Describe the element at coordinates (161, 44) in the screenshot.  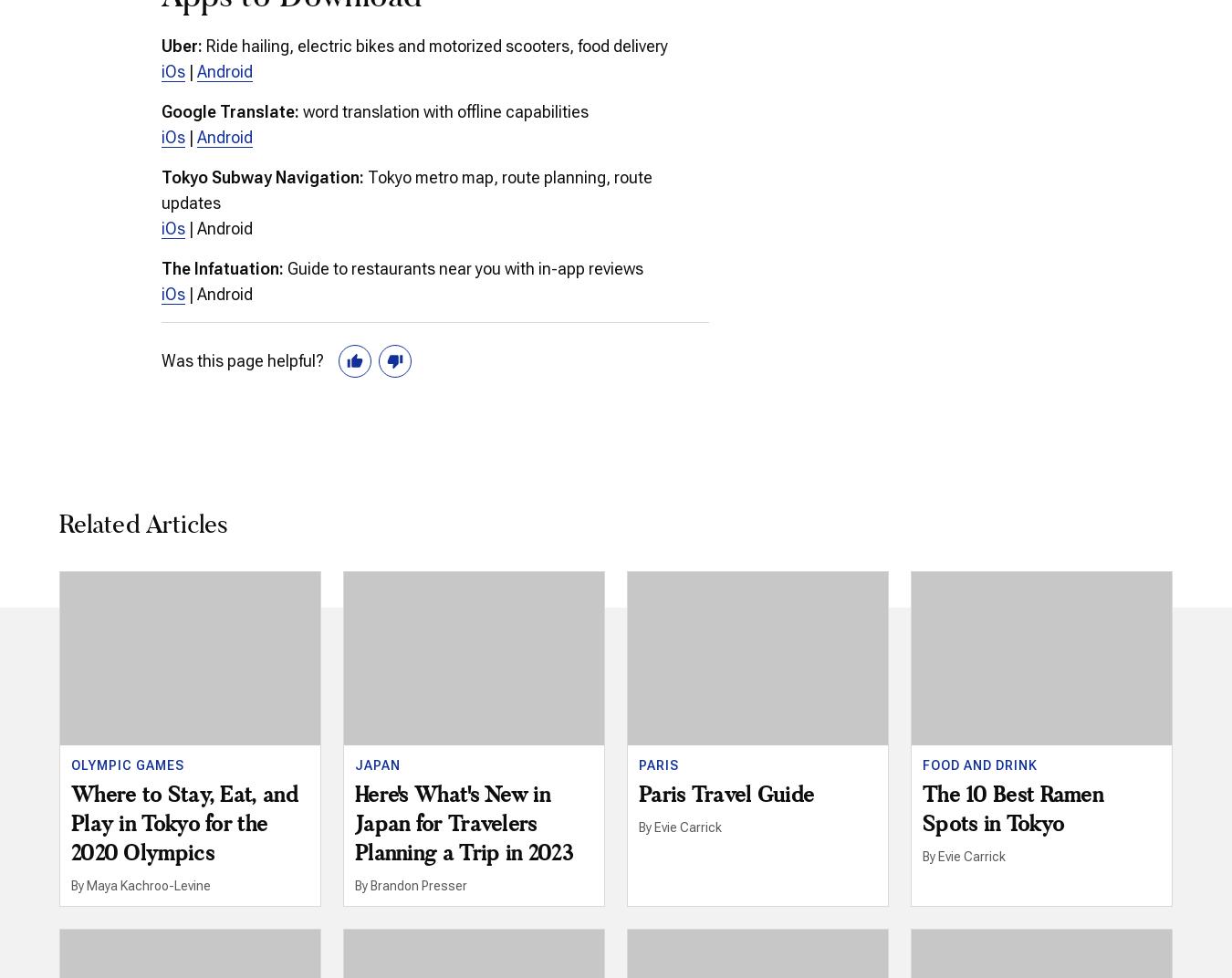
I see `'Uber:'` at that location.